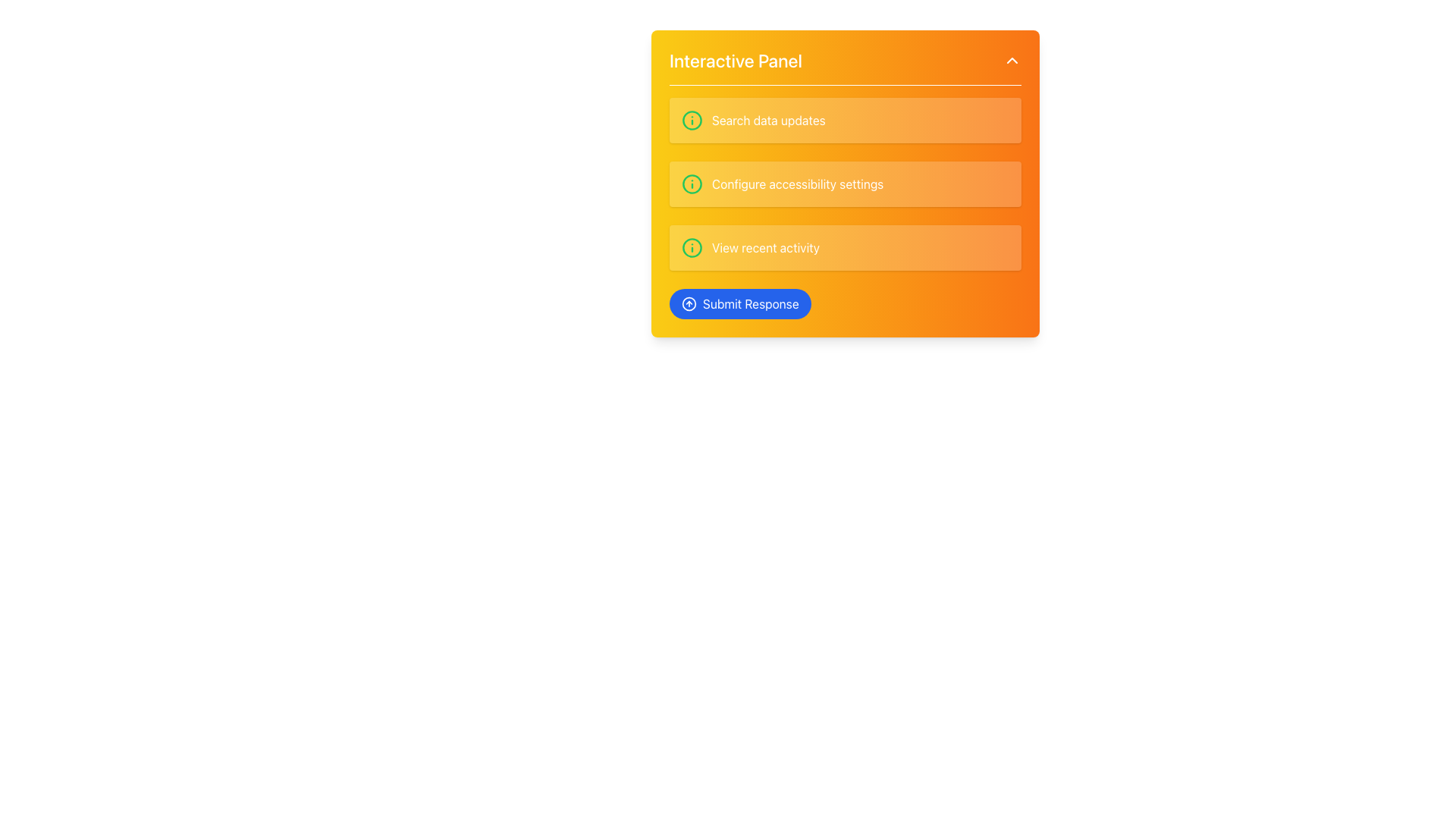 This screenshot has width=1456, height=819. I want to click on the informational icon located on the left side of the 'View recent activity' text within the third item of the panel, so click(691, 247).